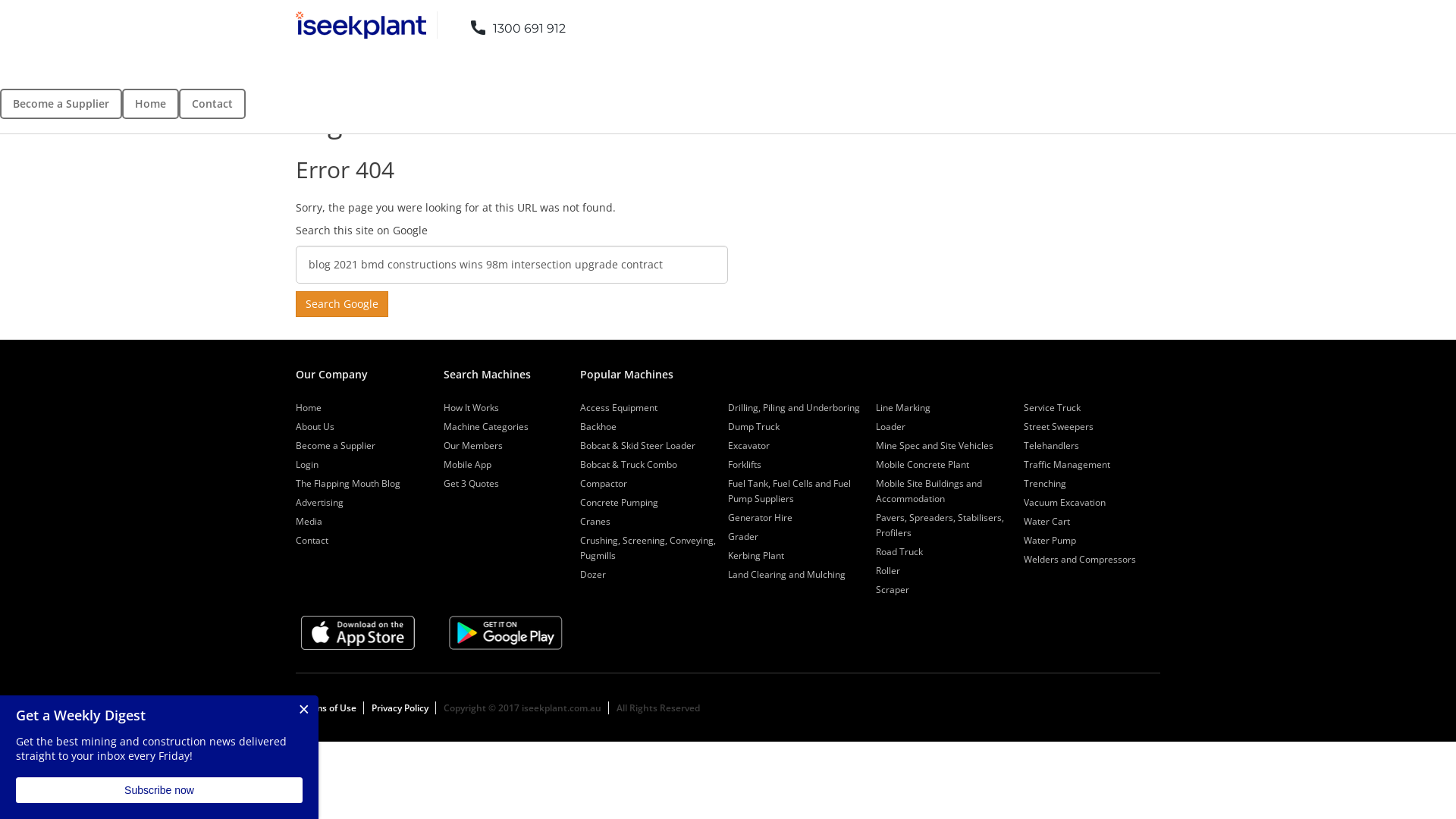 The height and width of the screenshot is (819, 1456). Describe the element at coordinates (597, 426) in the screenshot. I see `'Backhoe'` at that location.